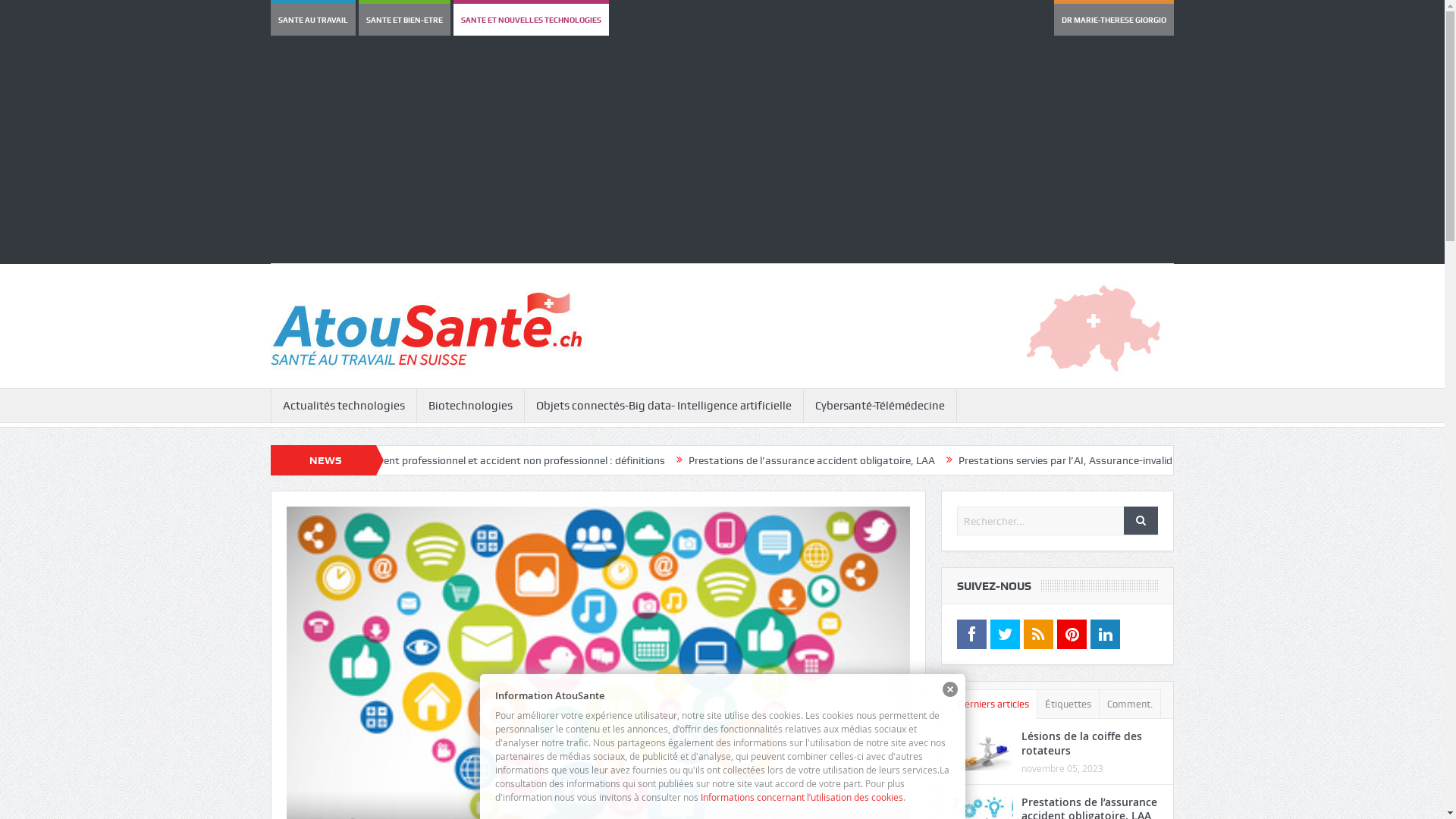  Describe the element at coordinates (404, 20) in the screenshot. I see `'SANTE ET BIEN-ETRE'` at that location.